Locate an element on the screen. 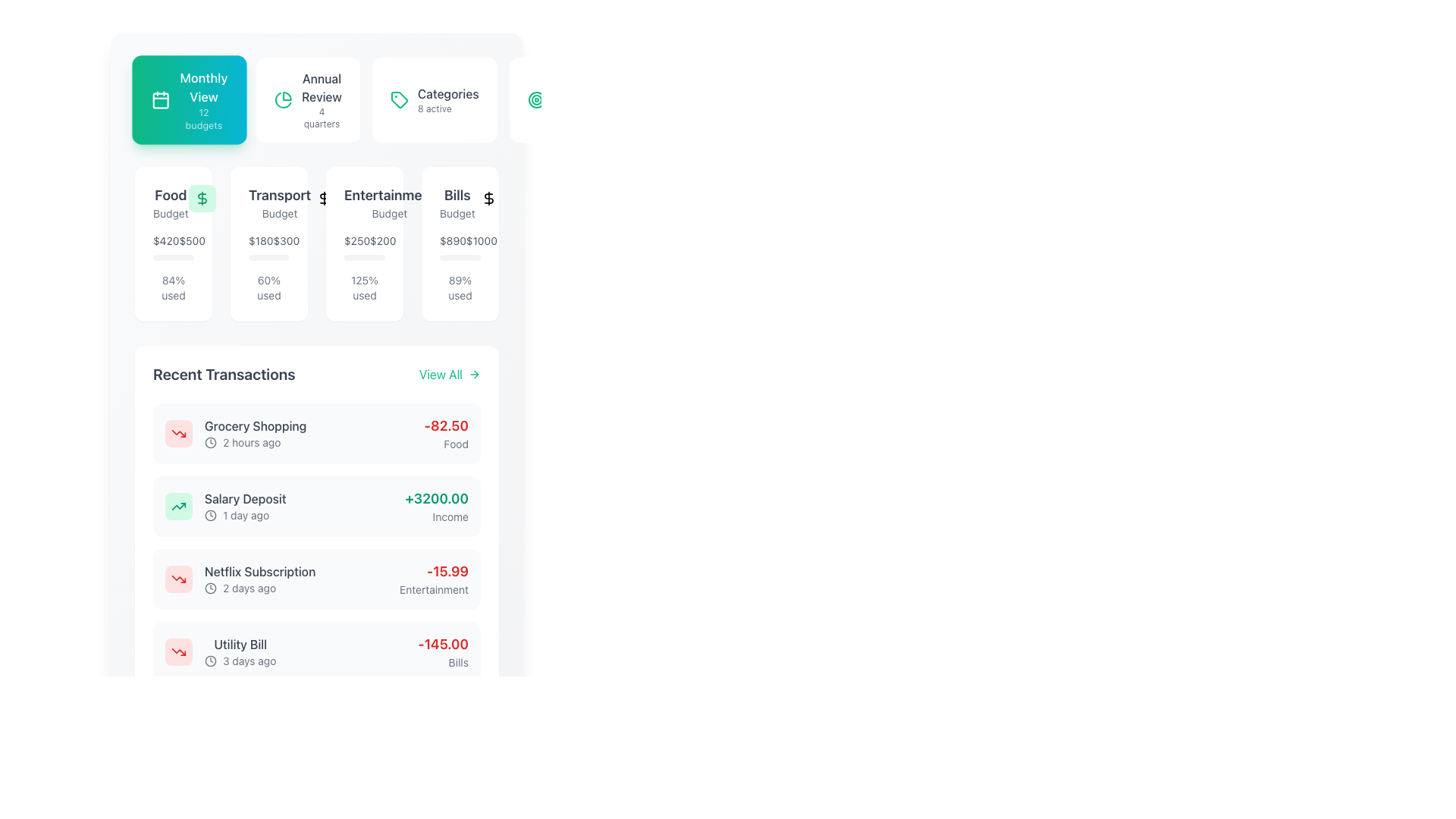 This screenshot has width=1456, height=819. timestamp message '2 hours ago' displayed below the 'Grocery Shopping' label in the 'Recent Transactions' section, which is styled in gray and appears as secondary information is located at coordinates (256, 442).